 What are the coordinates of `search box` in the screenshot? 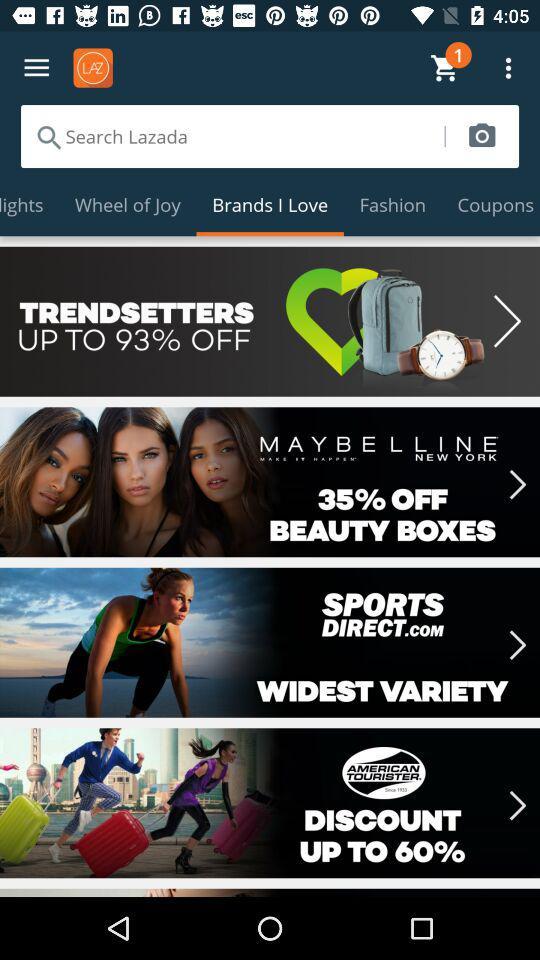 It's located at (231, 135).